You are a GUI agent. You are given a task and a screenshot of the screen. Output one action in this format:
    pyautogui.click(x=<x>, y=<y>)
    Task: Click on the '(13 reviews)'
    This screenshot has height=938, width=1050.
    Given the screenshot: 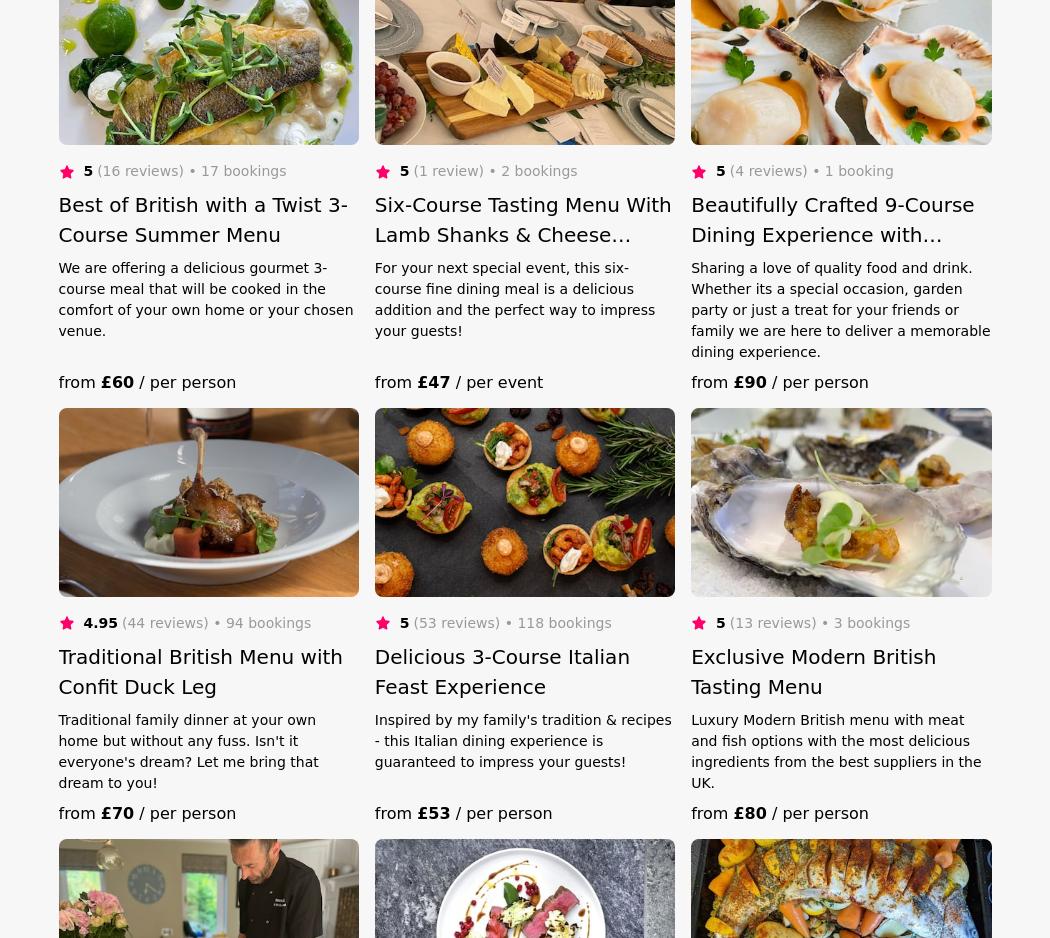 What is the action you would take?
    pyautogui.click(x=772, y=621)
    